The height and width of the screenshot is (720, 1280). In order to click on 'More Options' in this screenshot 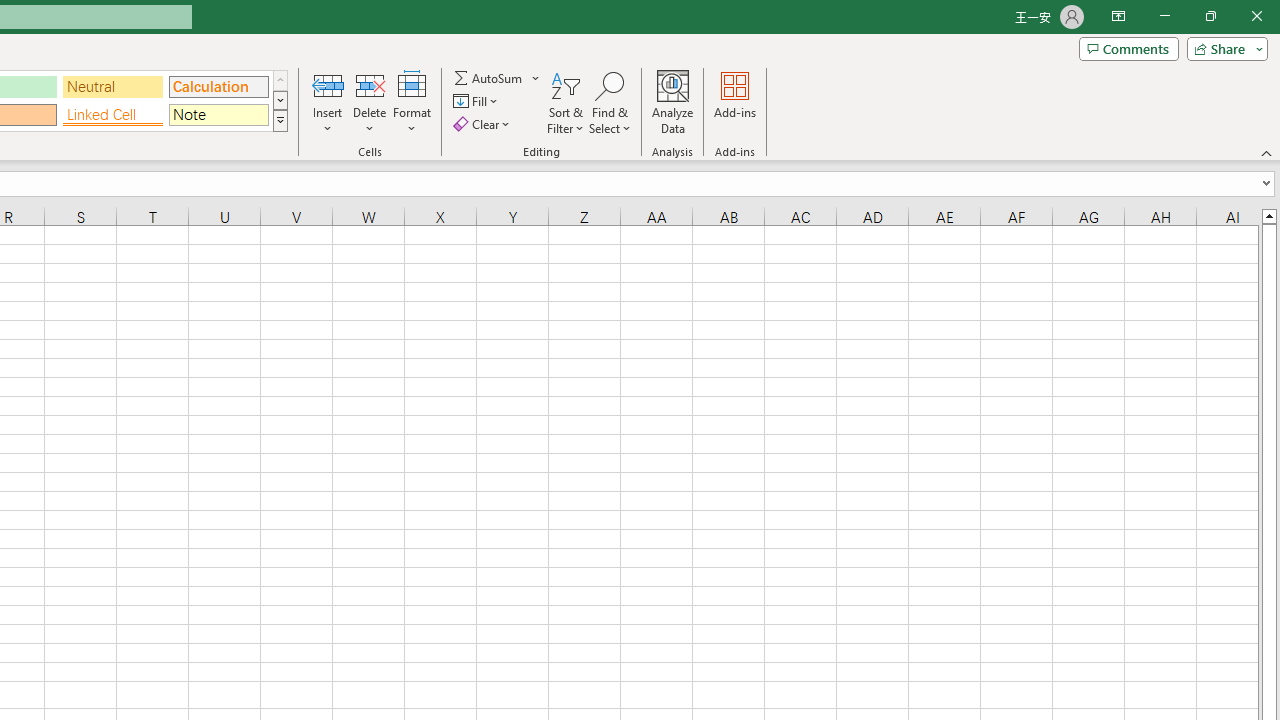, I will do `click(536, 77)`.